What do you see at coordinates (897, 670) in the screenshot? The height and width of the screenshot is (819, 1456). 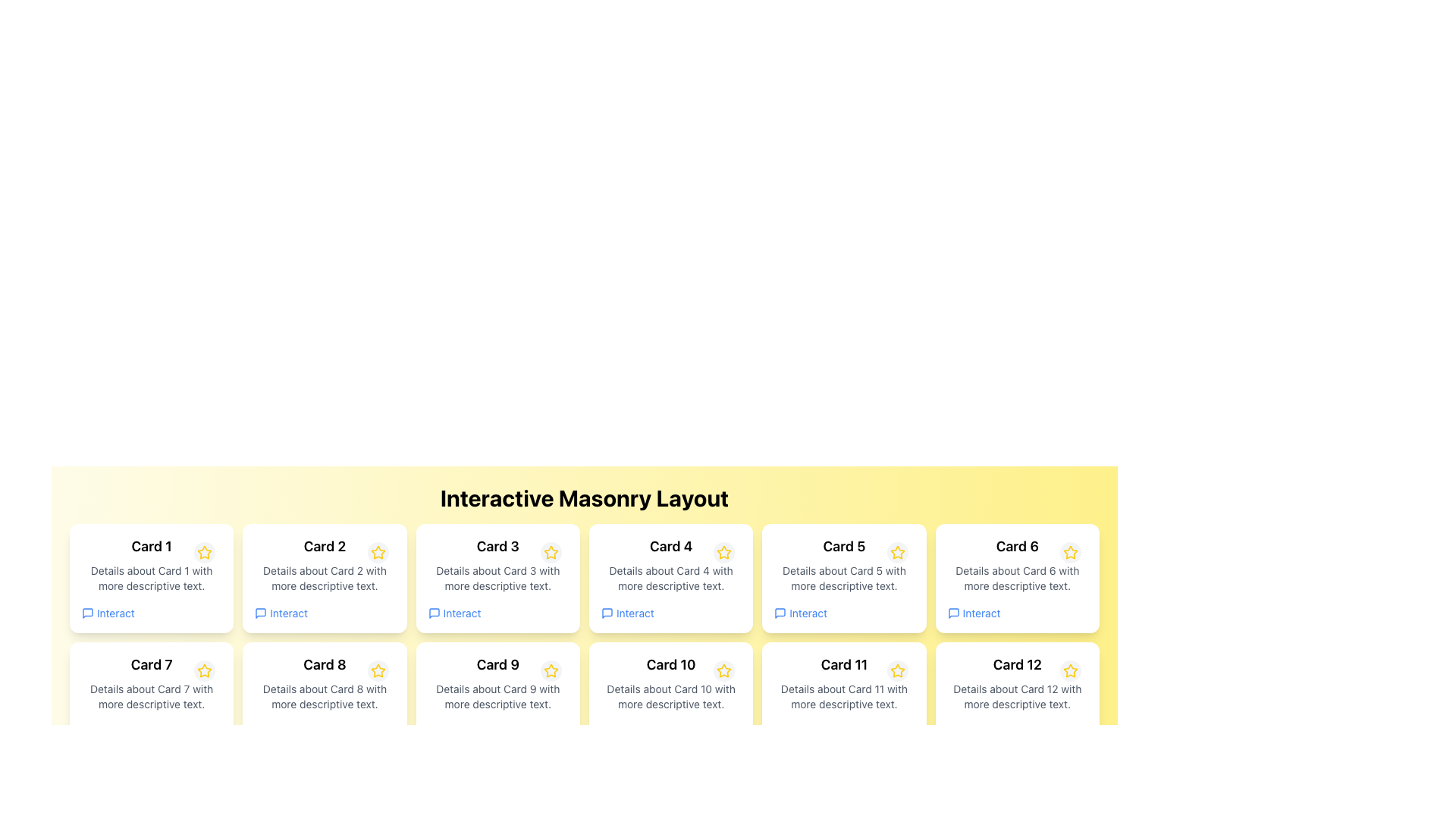 I see `the star icon located in the top-right corner of 'Card 11'` at bounding box center [897, 670].